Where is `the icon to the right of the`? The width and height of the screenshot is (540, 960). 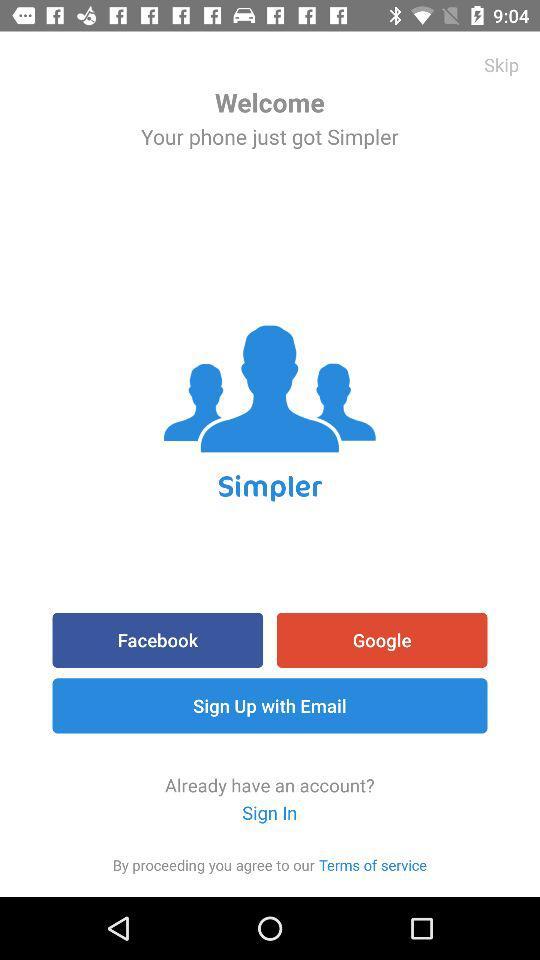 the icon to the right of the is located at coordinates (373, 863).